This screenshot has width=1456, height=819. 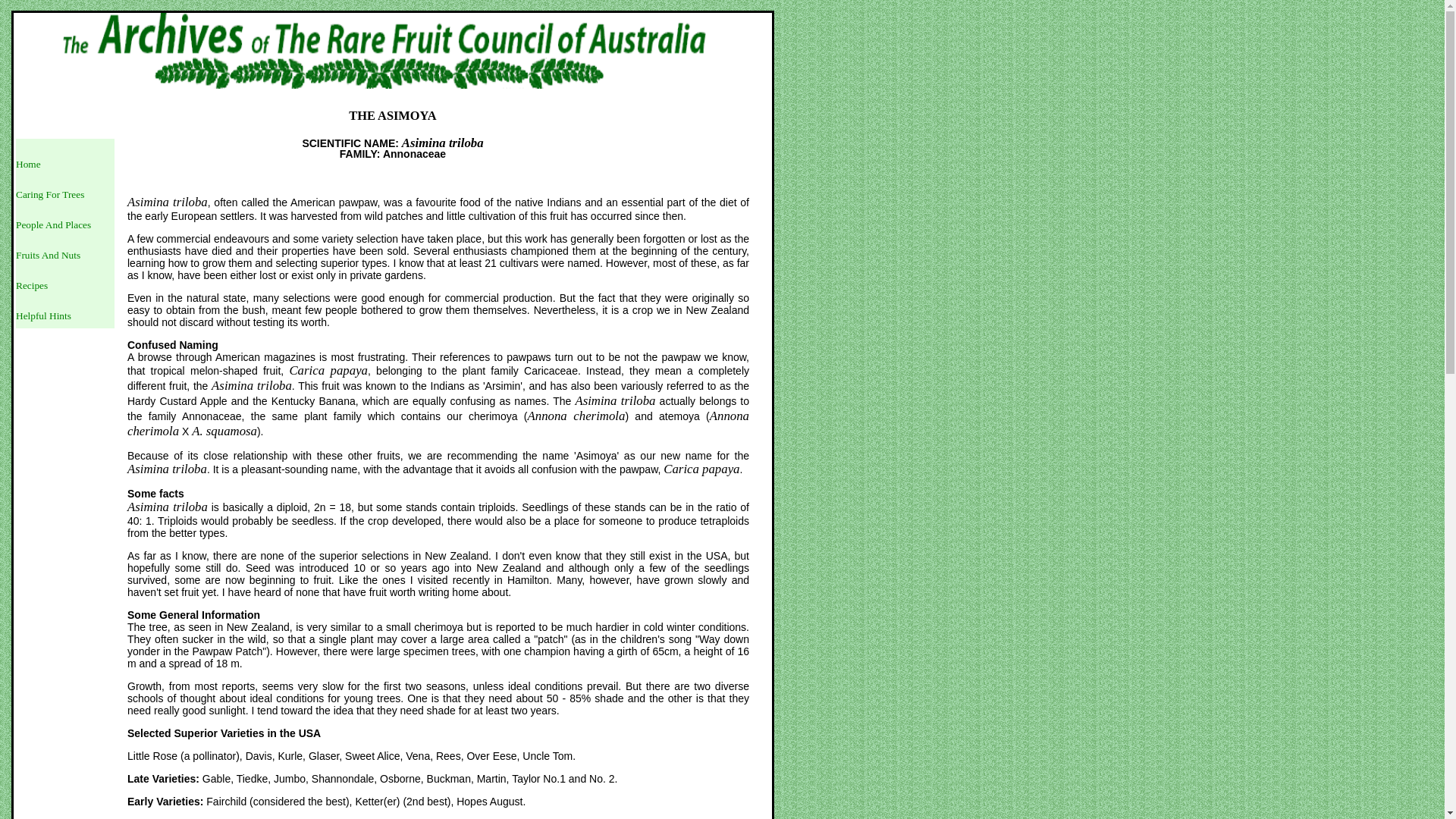 What do you see at coordinates (393, 54) in the screenshot?
I see `'sitename'` at bounding box center [393, 54].